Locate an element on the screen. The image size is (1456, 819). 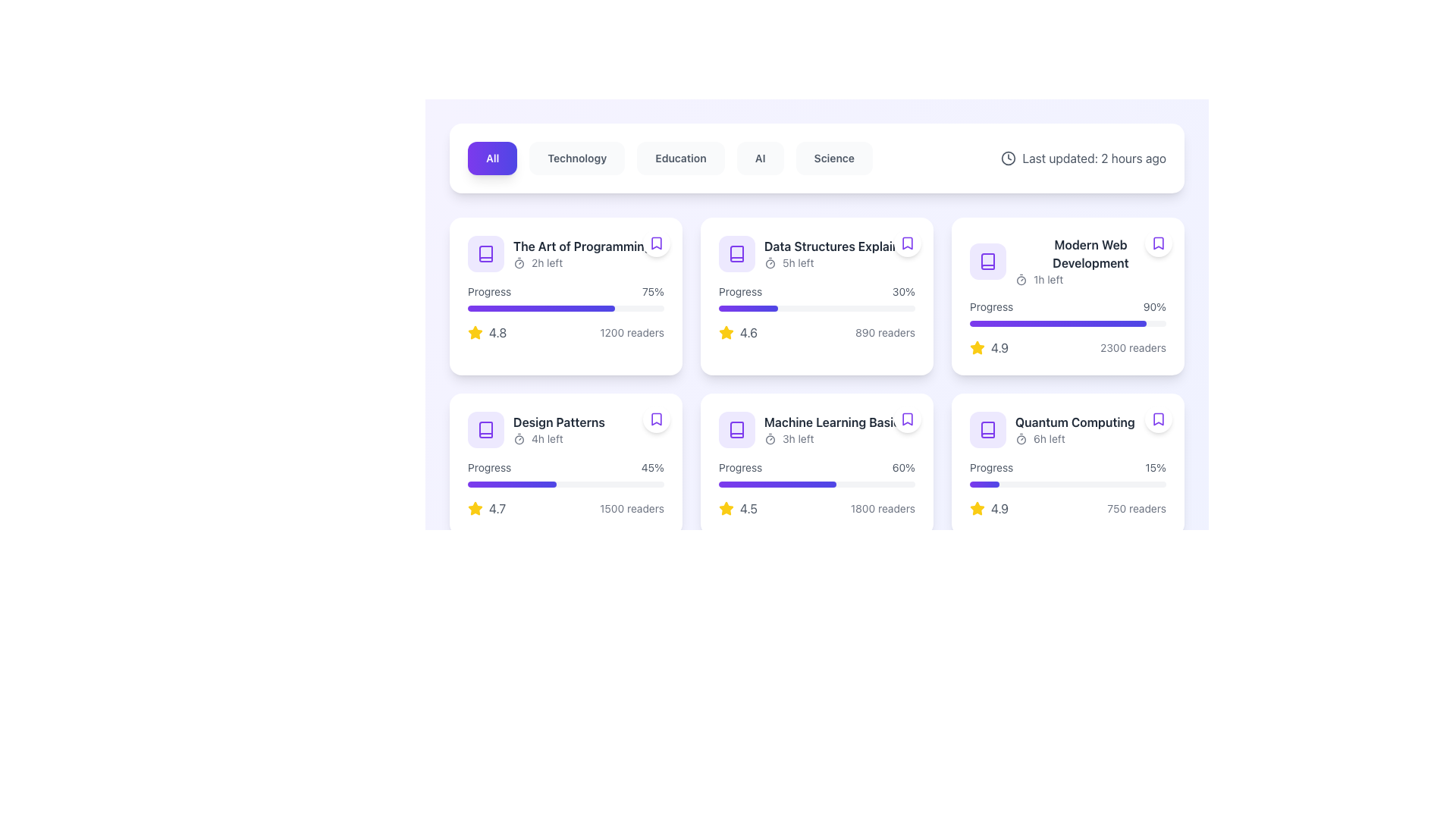
the book icon with purple accents located in the rightmost card titled 'Machine Learning Basics' in the second row of cards is located at coordinates (736, 430).